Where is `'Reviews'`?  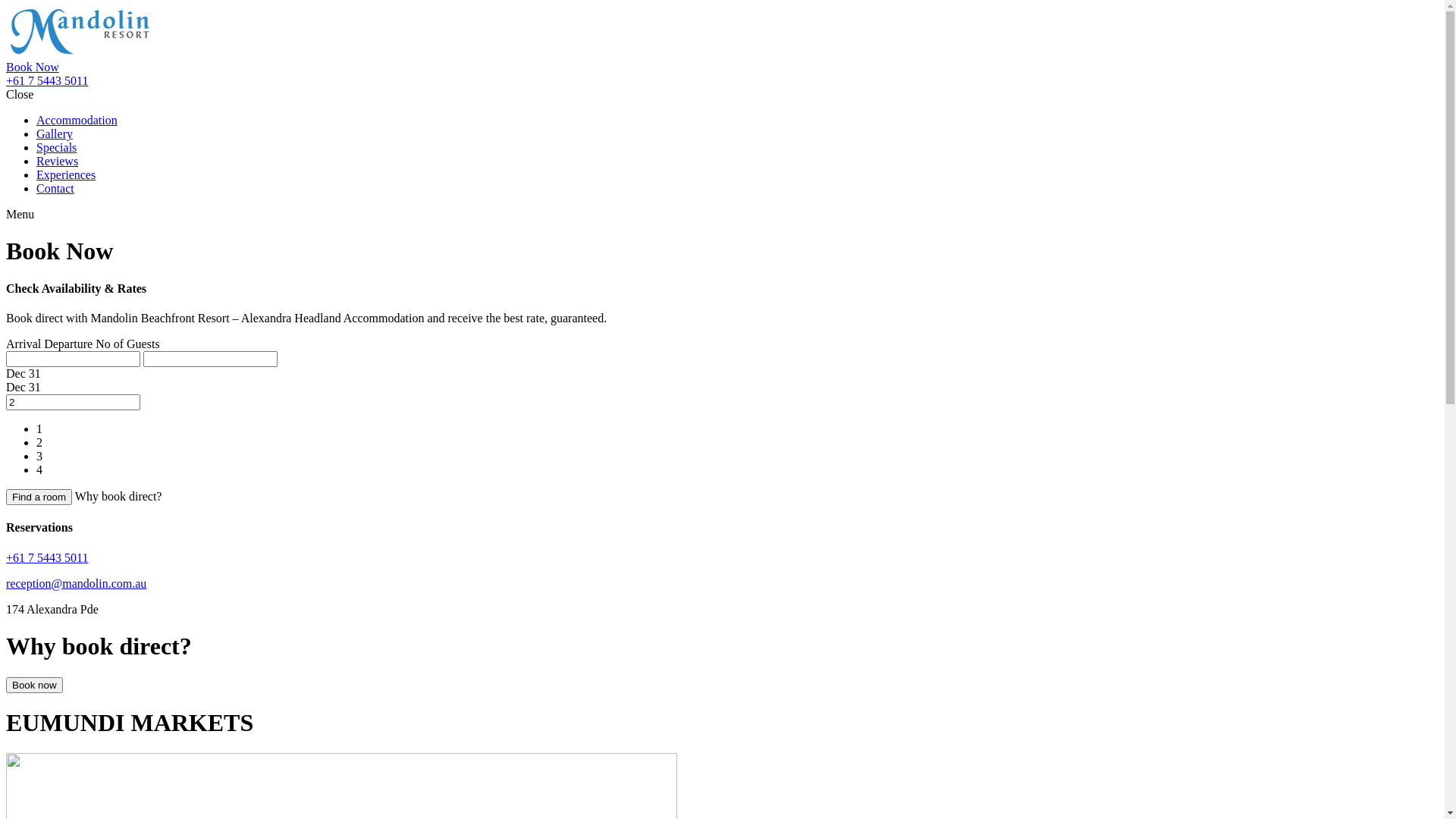
'Reviews' is located at coordinates (57, 161).